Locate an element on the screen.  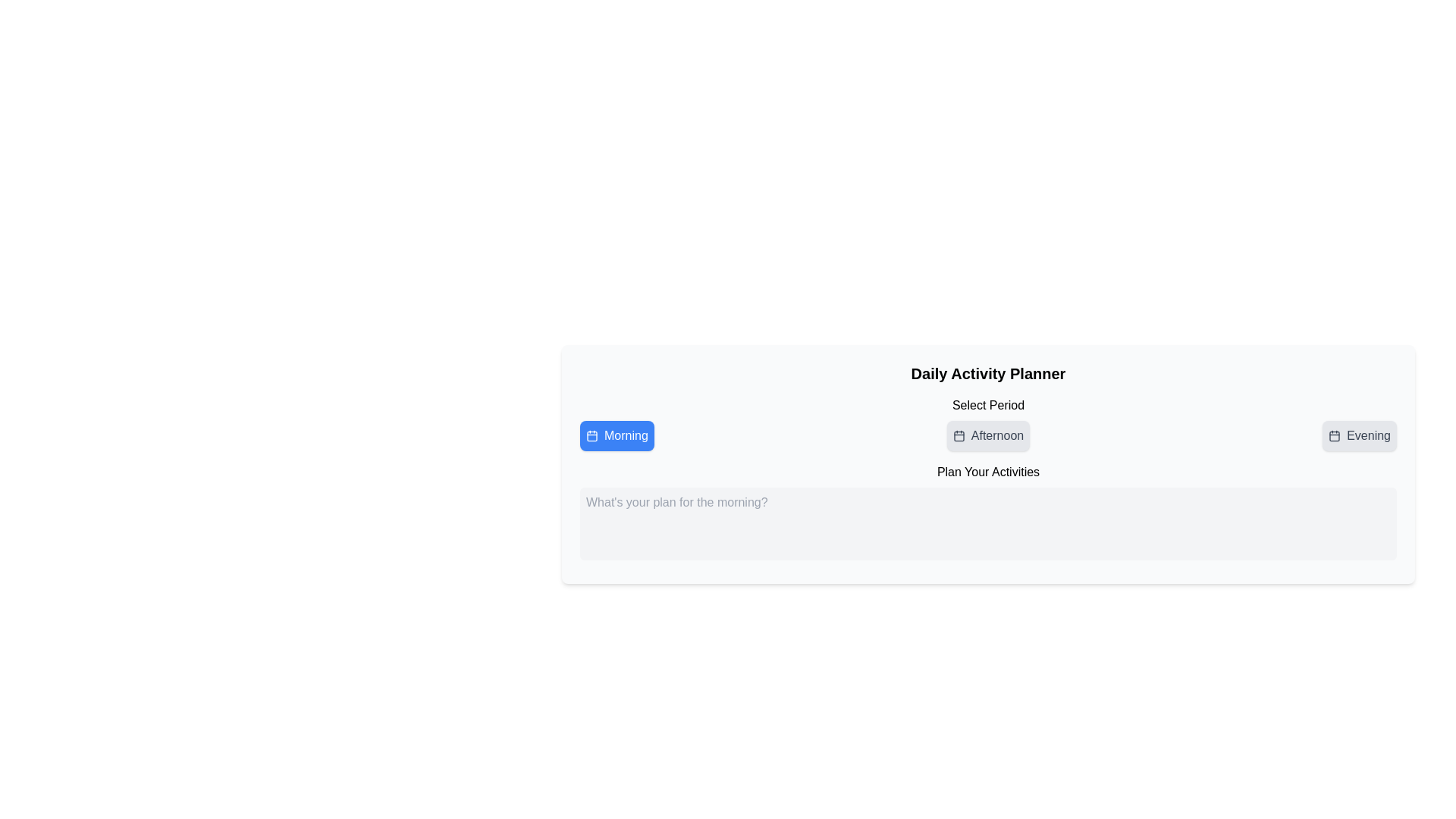
the blue rectangular icon with slightly rounded corners that is part of the SVG graphic next to the 'Morning' button is located at coordinates (591, 435).